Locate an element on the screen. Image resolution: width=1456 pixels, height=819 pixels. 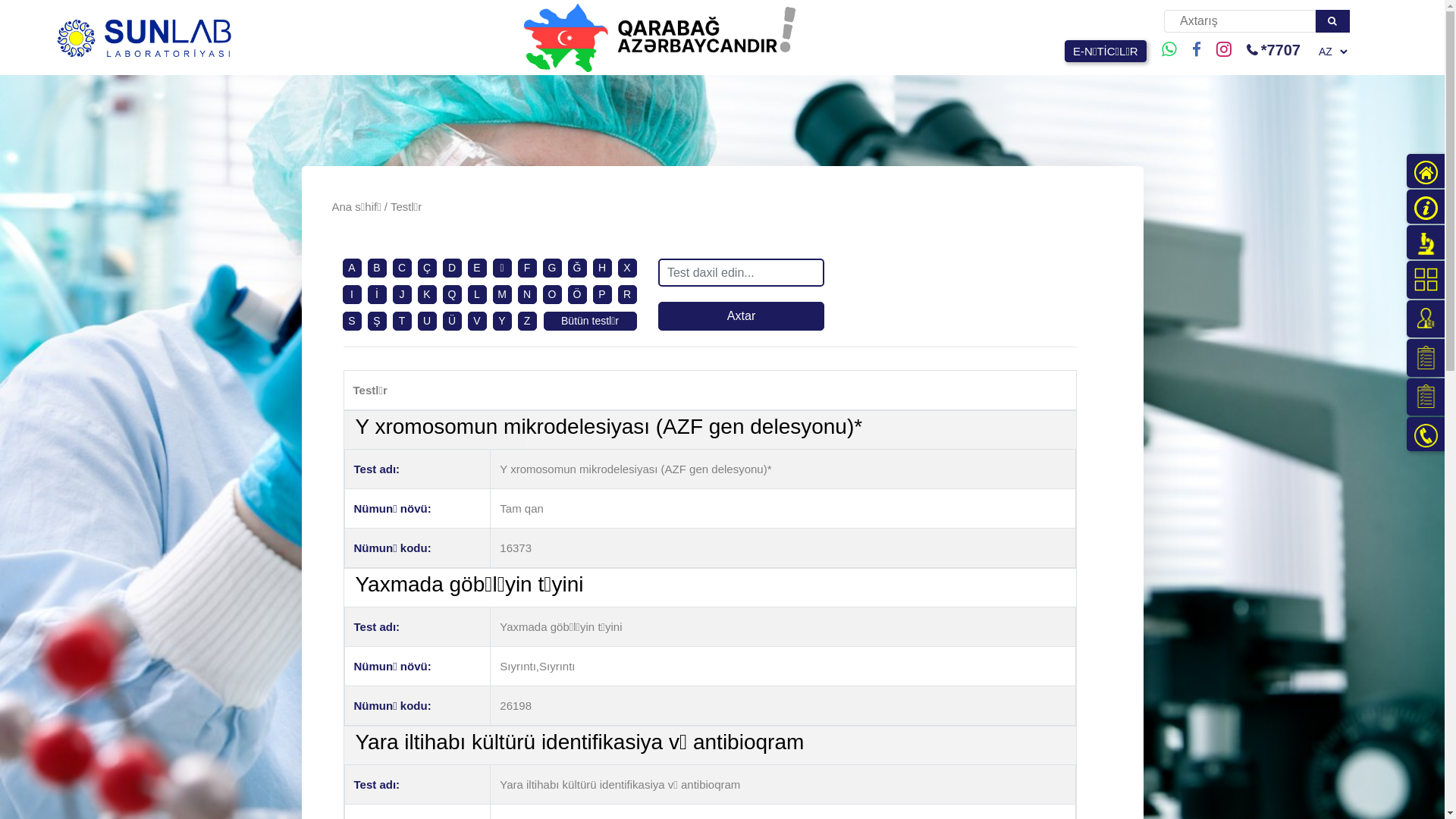
'Z' is located at coordinates (527, 320).